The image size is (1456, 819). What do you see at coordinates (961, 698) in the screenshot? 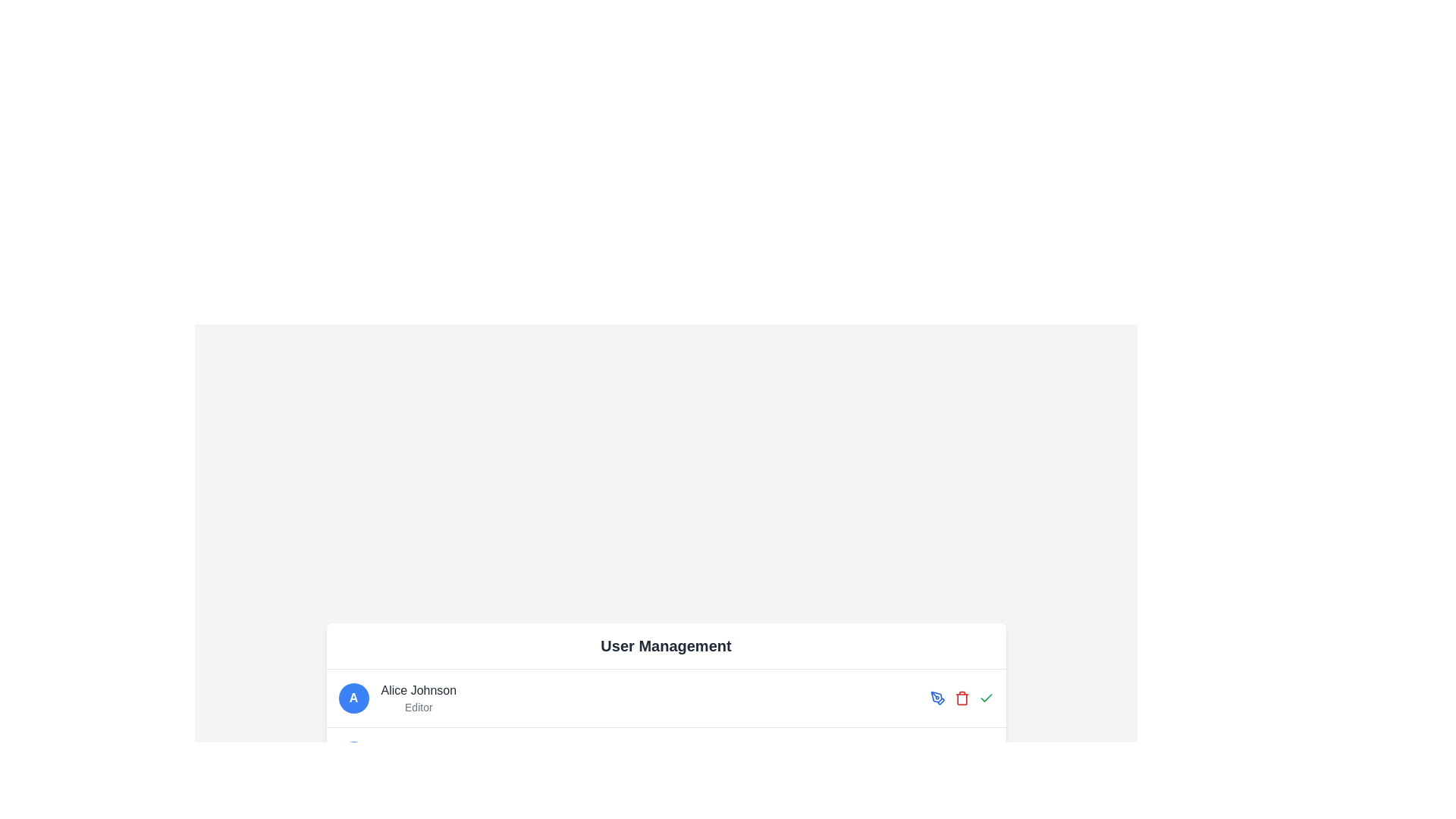
I see `the Action Icon Button located in the action buttons section of the user entry for 'Alice Johnson'` at bounding box center [961, 698].